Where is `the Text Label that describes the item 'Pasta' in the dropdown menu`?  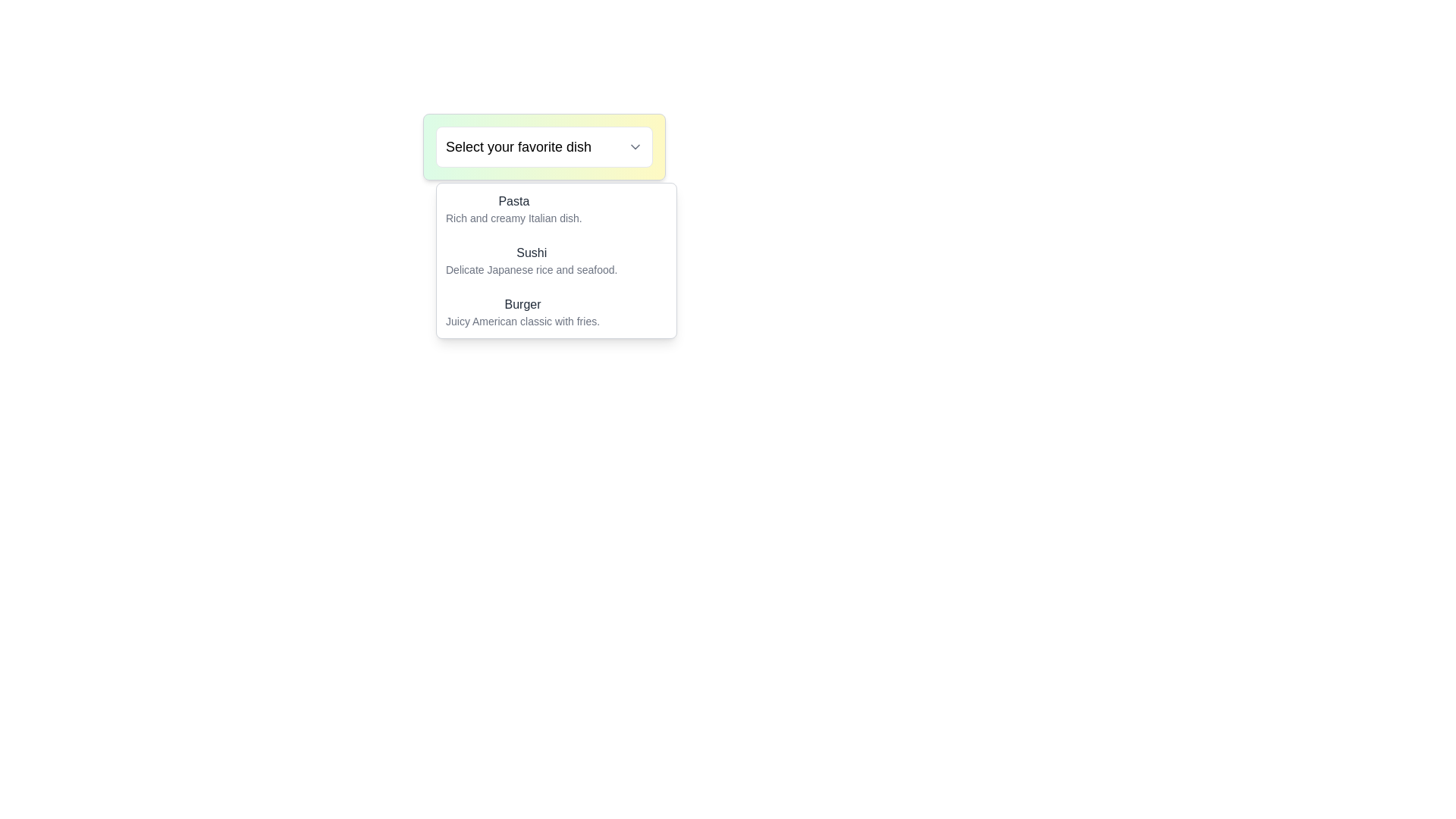 the Text Label that describes the item 'Pasta' in the dropdown menu is located at coordinates (513, 218).